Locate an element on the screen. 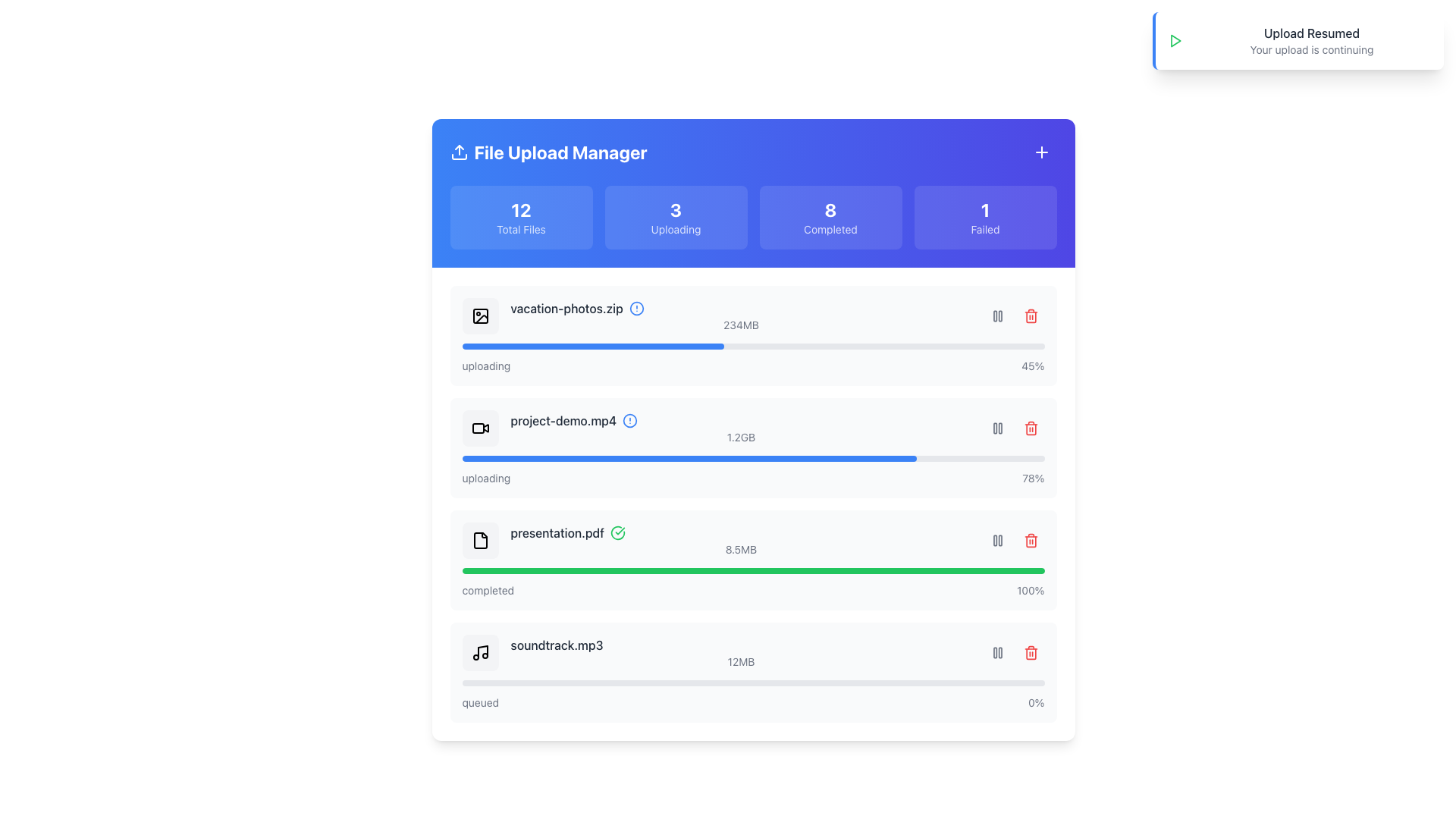 The image size is (1456, 819). the static label displaying the file name and size located in the fourth row of the file list, positioned after 'presentation.pdf' and above the progress bar is located at coordinates (741, 651).